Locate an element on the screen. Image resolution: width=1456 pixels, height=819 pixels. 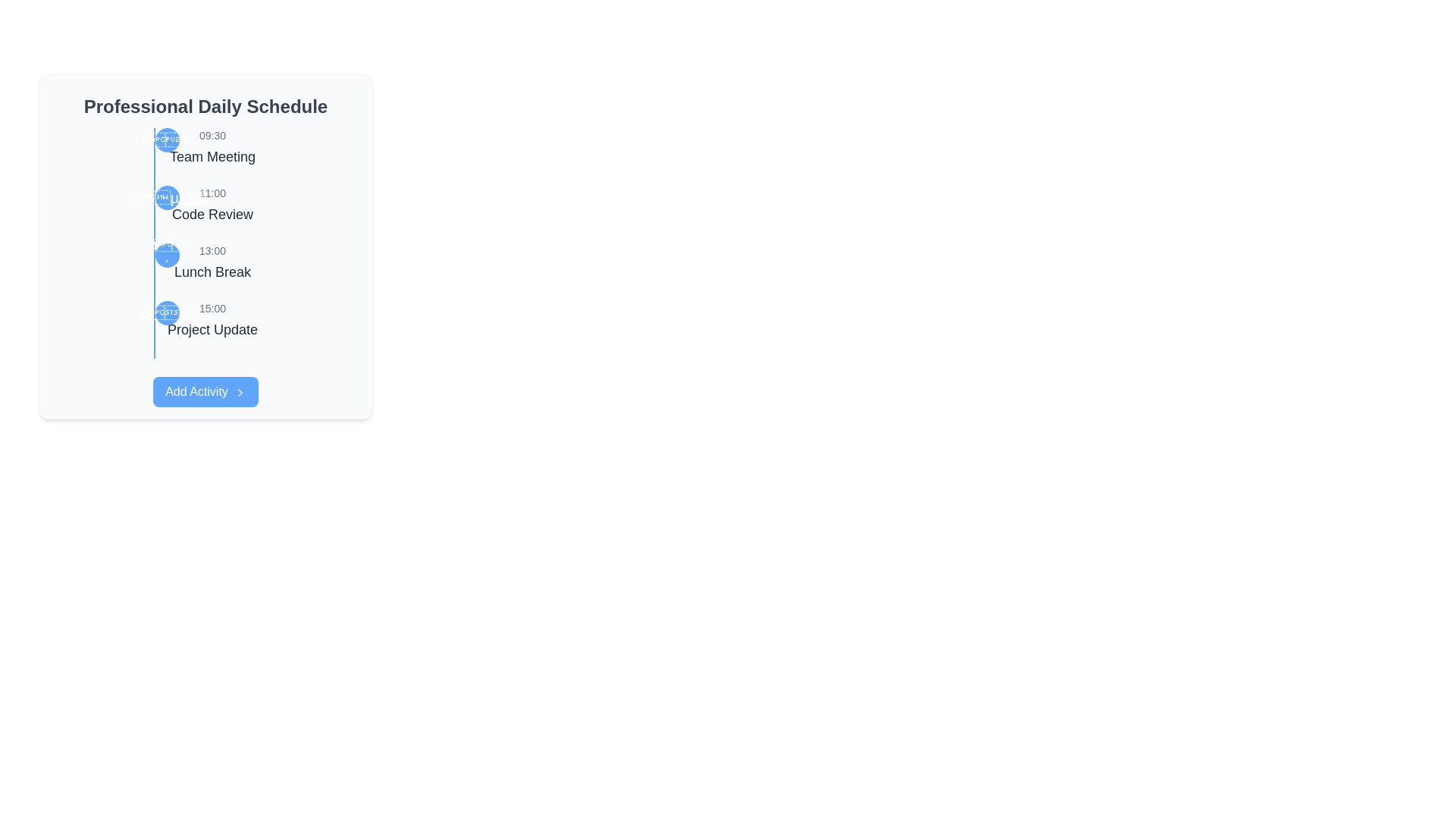
the 'Add Activity' button located at the bottom of the 'Professional Daily Schedule' panel to focus on it using keyboard navigation is located at coordinates (205, 391).